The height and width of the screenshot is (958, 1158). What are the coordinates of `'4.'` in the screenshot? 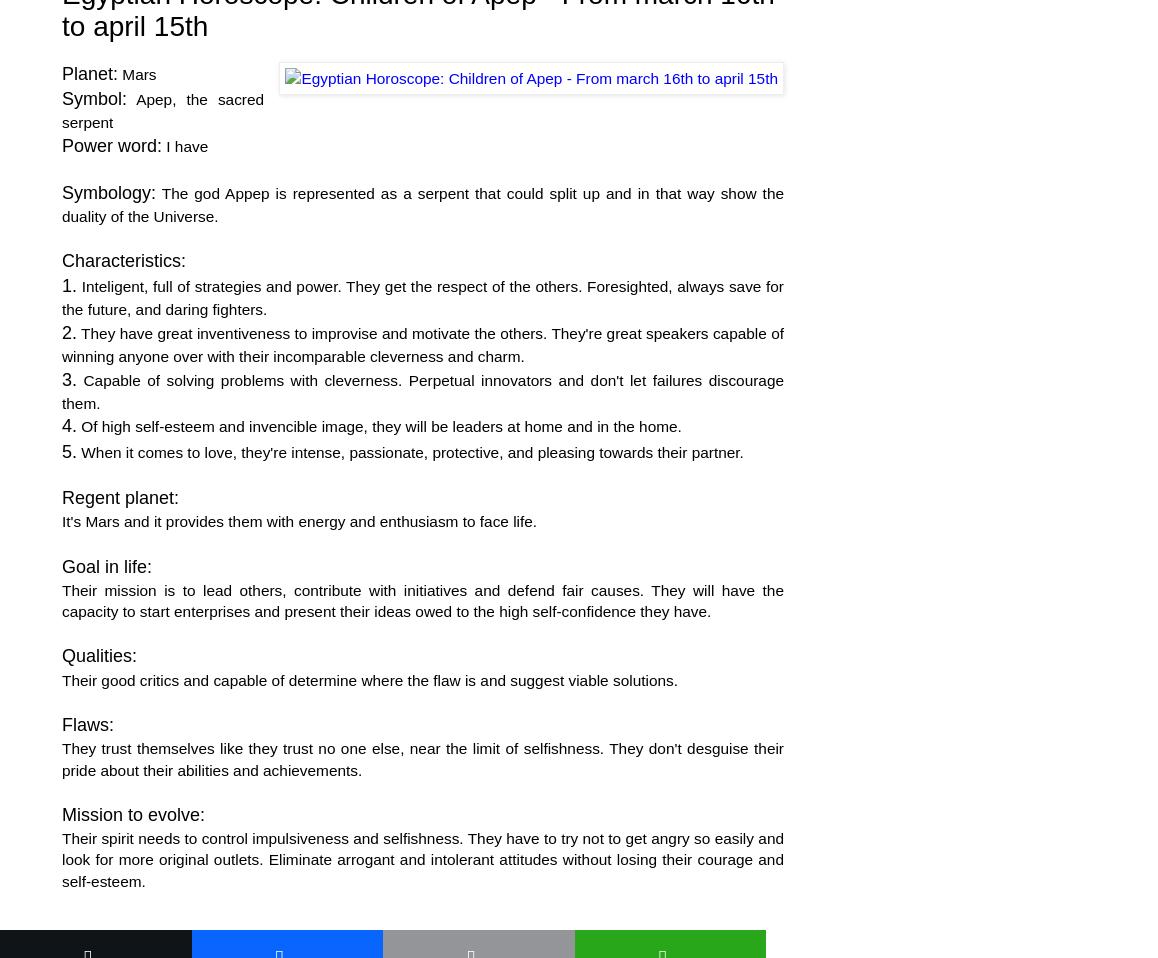 It's located at (69, 426).